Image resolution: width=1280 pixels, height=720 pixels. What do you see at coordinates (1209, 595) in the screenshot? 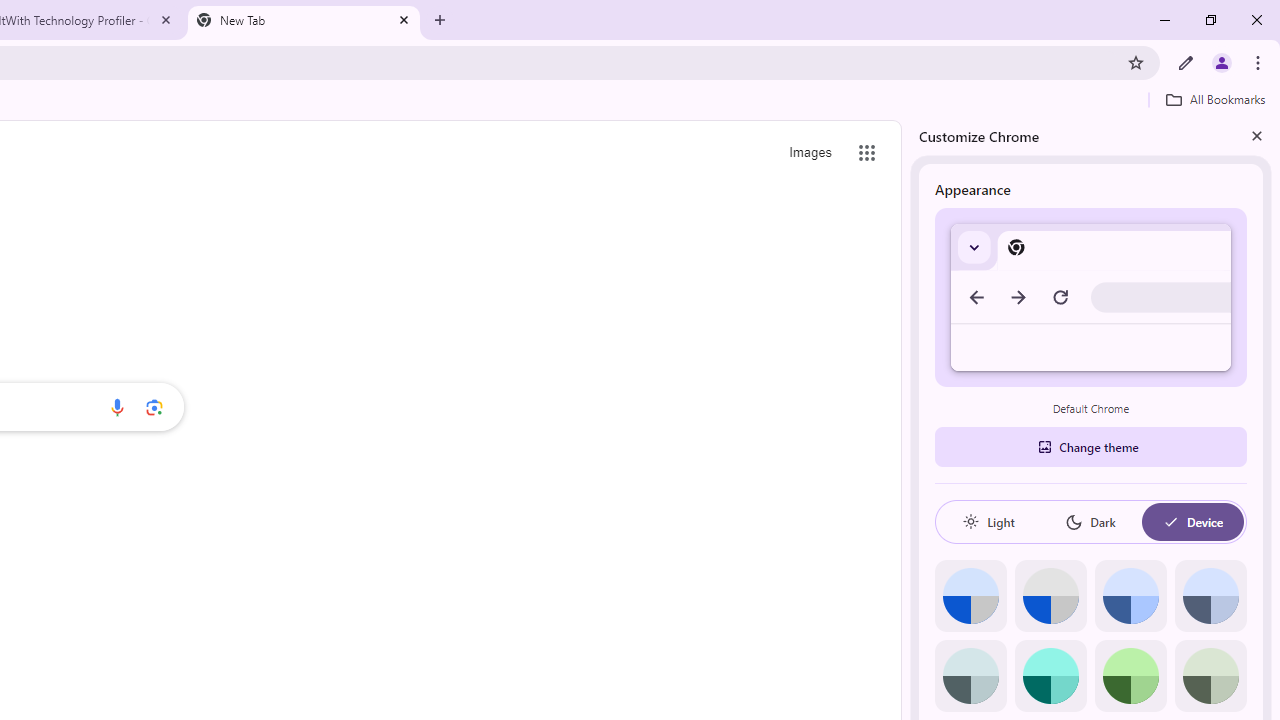
I see `'Cool grey'` at bounding box center [1209, 595].